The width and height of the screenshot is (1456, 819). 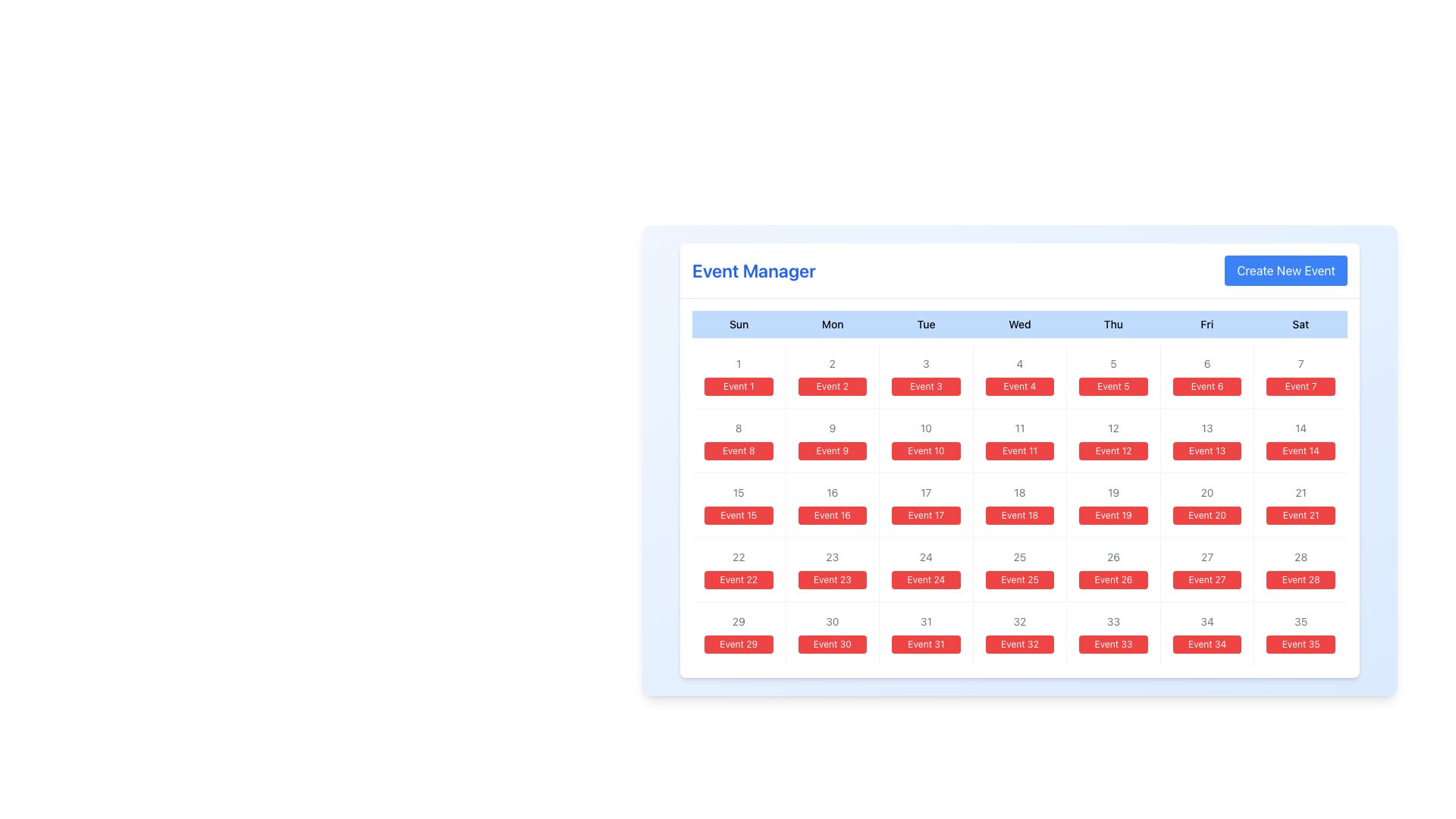 What do you see at coordinates (739, 579) in the screenshot?
I see `the label indicating 'Event 22' in the fourth row and first column of the calendar interface, which is a non-interactive decorative text element providing information` at bounding box center [739, 579].